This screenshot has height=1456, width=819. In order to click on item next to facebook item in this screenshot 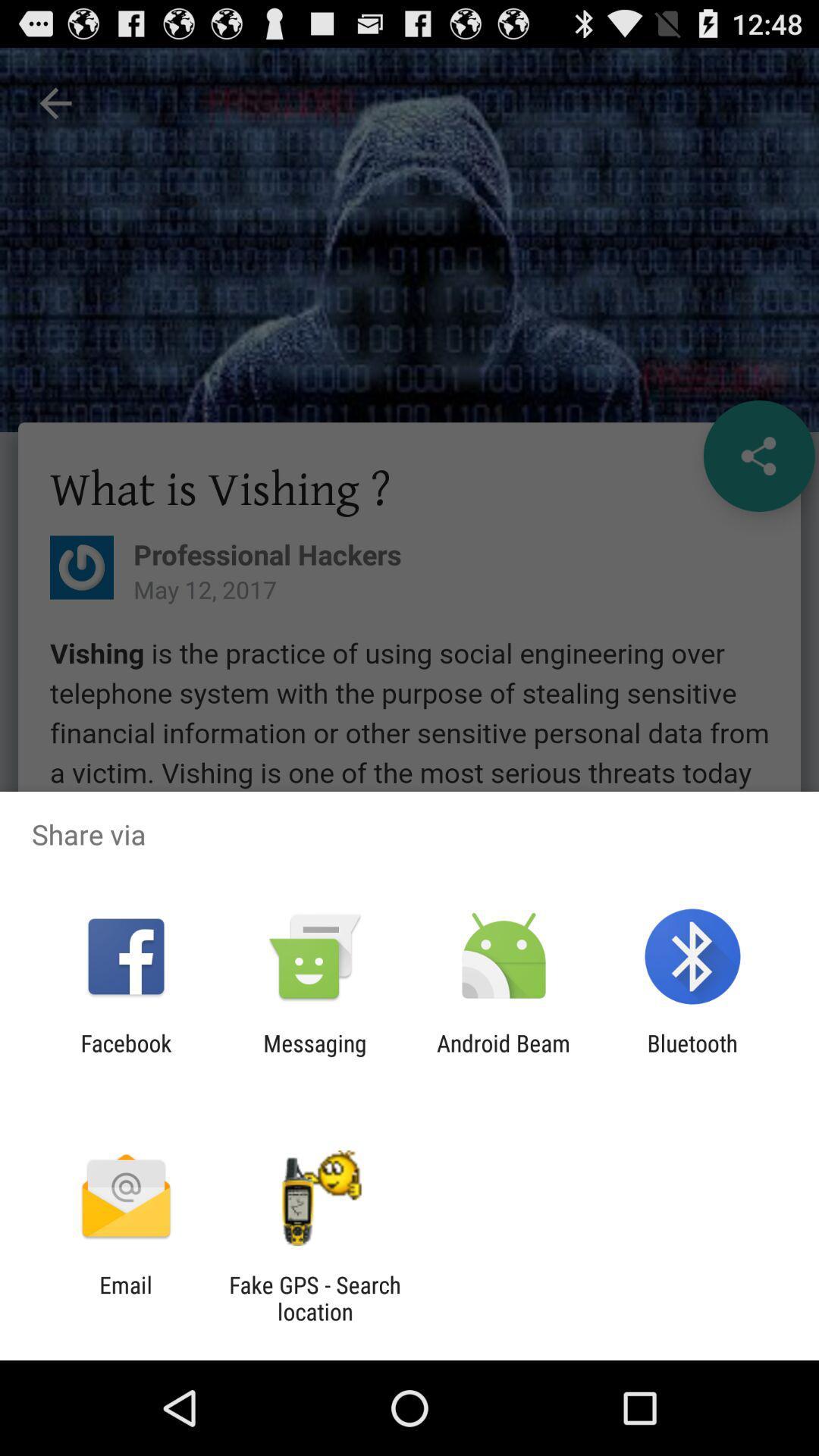, I will do `click(314, 1056)`.